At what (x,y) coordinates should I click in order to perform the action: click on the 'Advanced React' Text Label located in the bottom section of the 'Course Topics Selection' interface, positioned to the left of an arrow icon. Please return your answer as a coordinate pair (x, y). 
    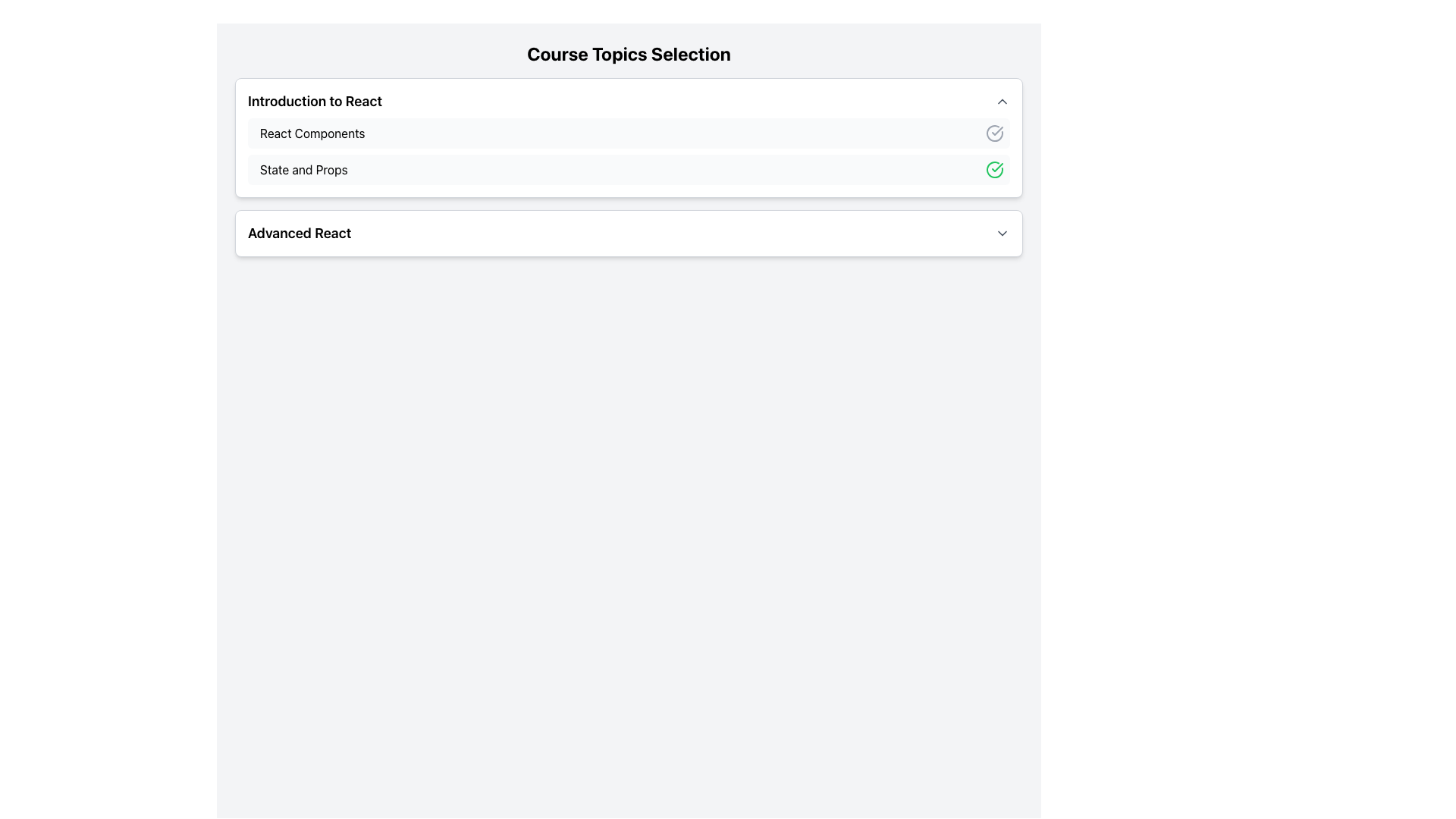
    Looking at the image, I should click on (300, 234).